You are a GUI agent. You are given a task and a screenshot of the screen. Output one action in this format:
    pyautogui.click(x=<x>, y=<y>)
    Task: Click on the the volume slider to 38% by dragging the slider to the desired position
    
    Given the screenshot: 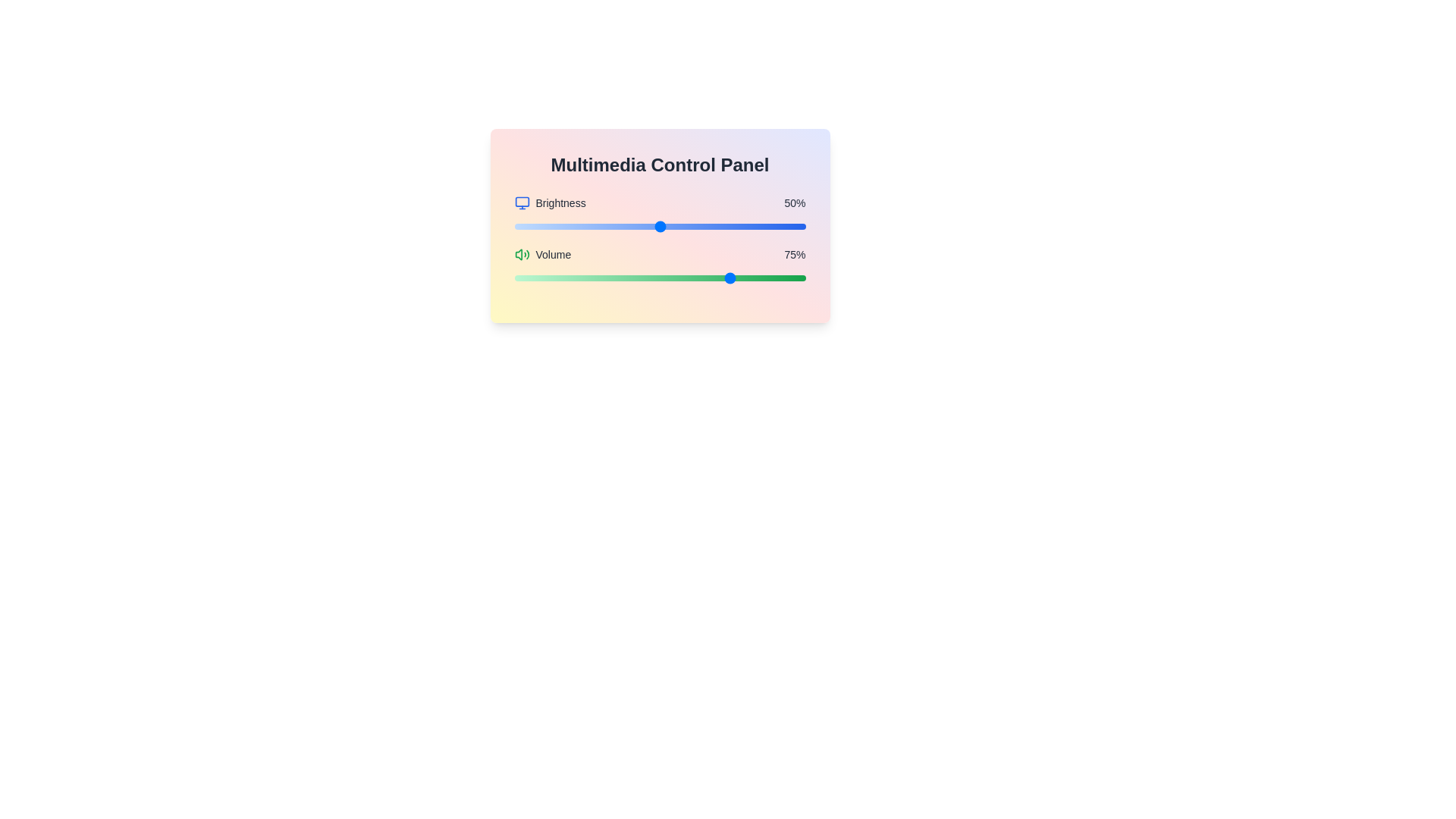 What is the action you would take?
    pyautogui.click(x=625, y=278)
    